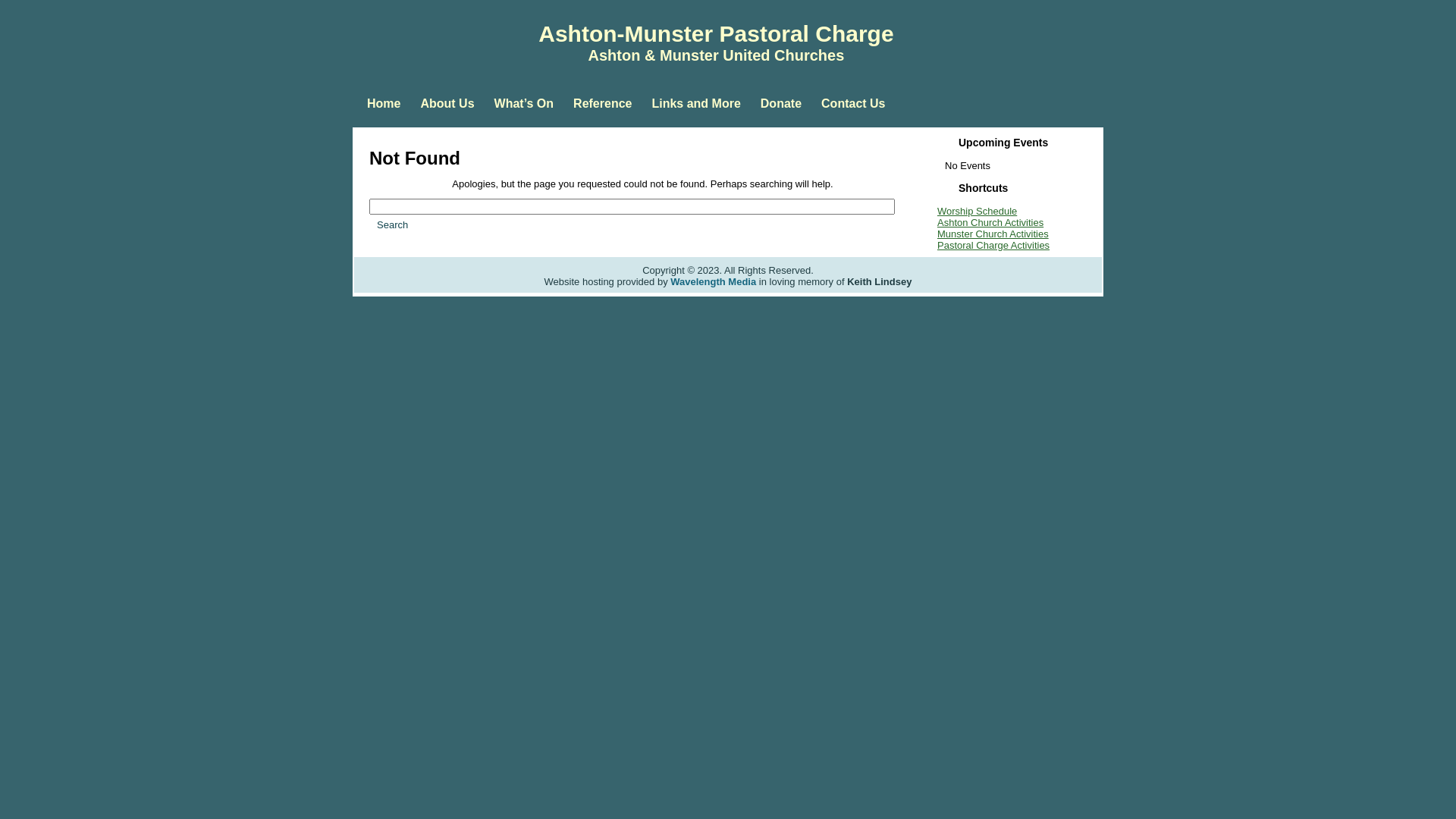 This screenshot has height=819, width=1456. What do you see at coordinates (993, 244) in the screenshot?
I see `'Pastoral Charge Activities'` at bounding box center [993, 244].